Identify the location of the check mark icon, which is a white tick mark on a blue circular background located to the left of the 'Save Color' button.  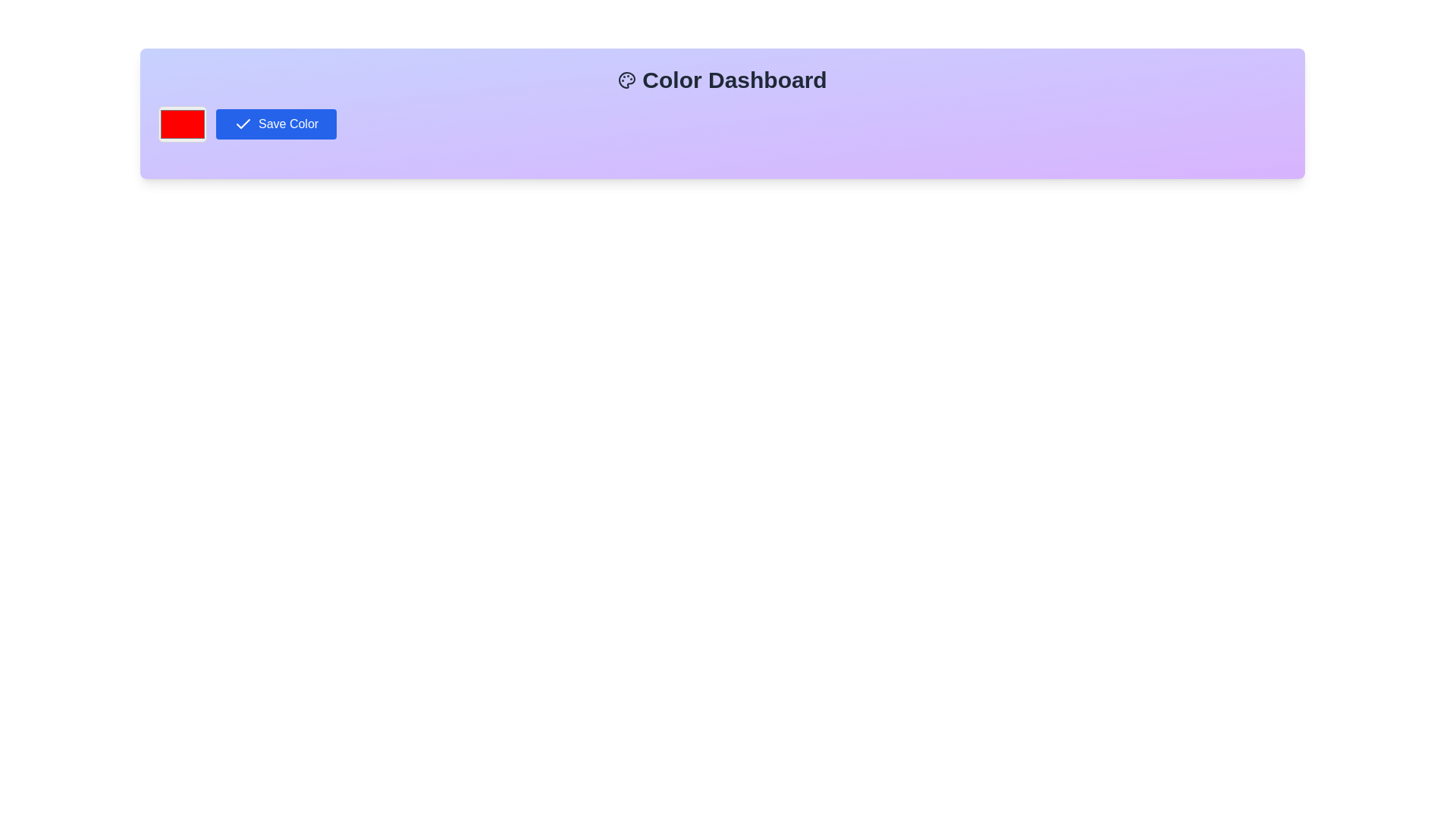
(243, 124).